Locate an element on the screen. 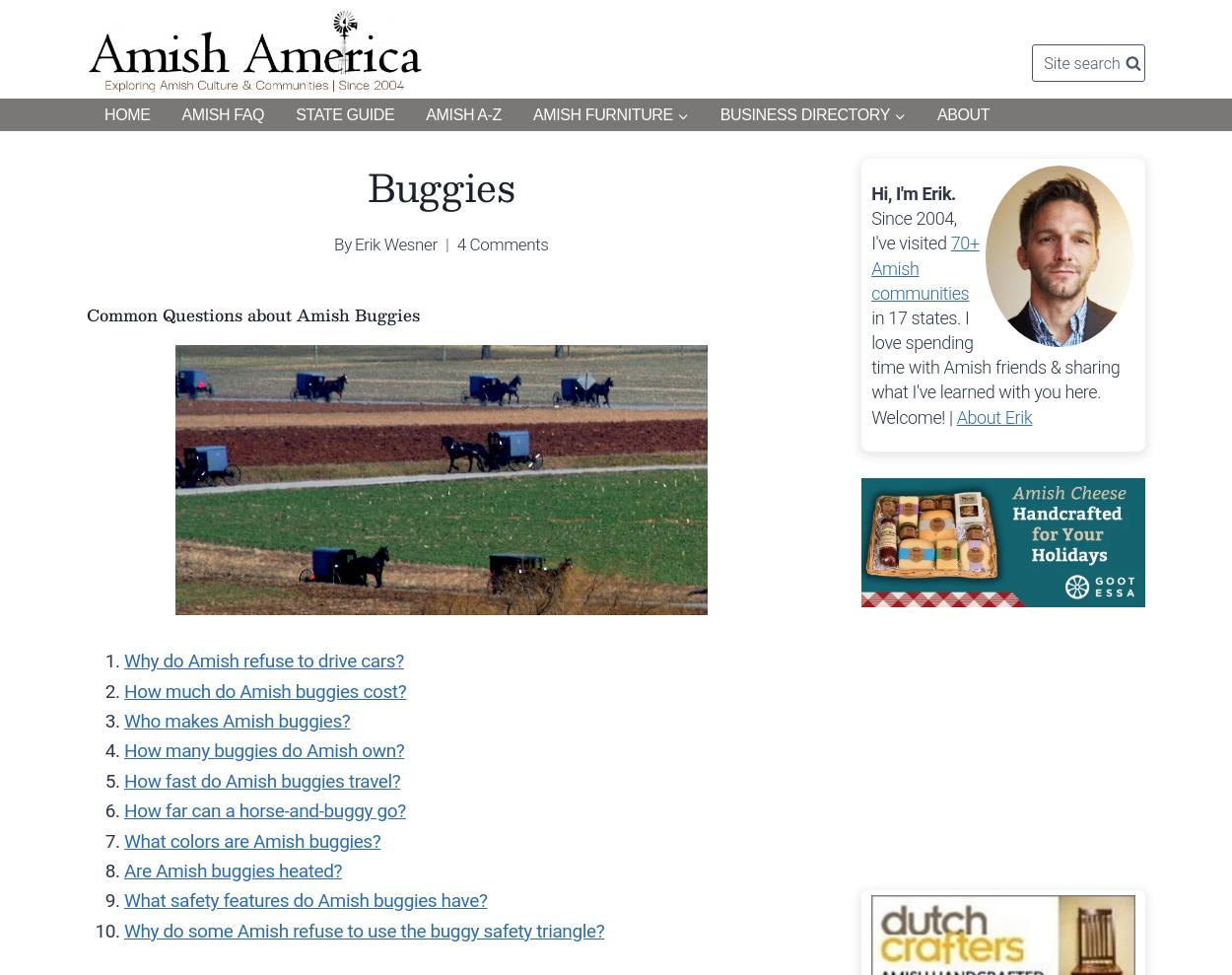 Image resolution: width=1232 pixels, height=975 pixels. 'How fast do Amish buggies travel?' is located at coordinates (124, 779).